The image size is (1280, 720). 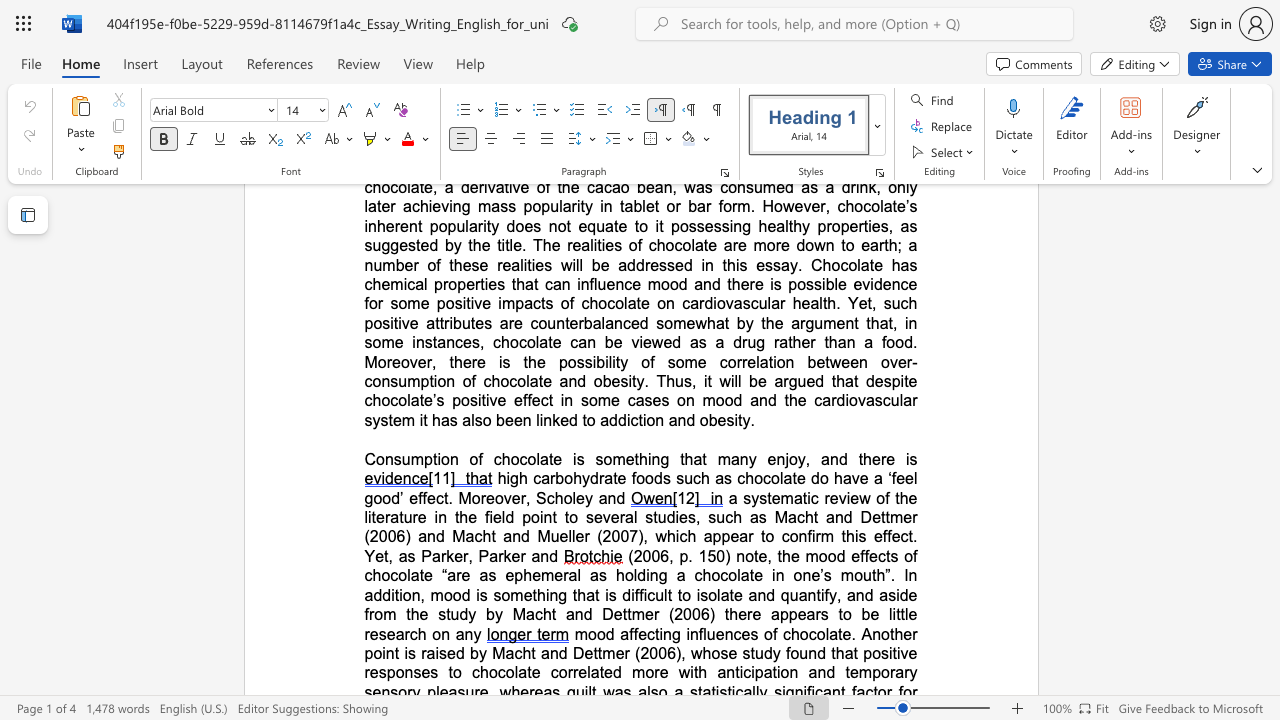 I want to click on the subset text "onf" within the text "appear to confirm", so click(x=788, y=535).